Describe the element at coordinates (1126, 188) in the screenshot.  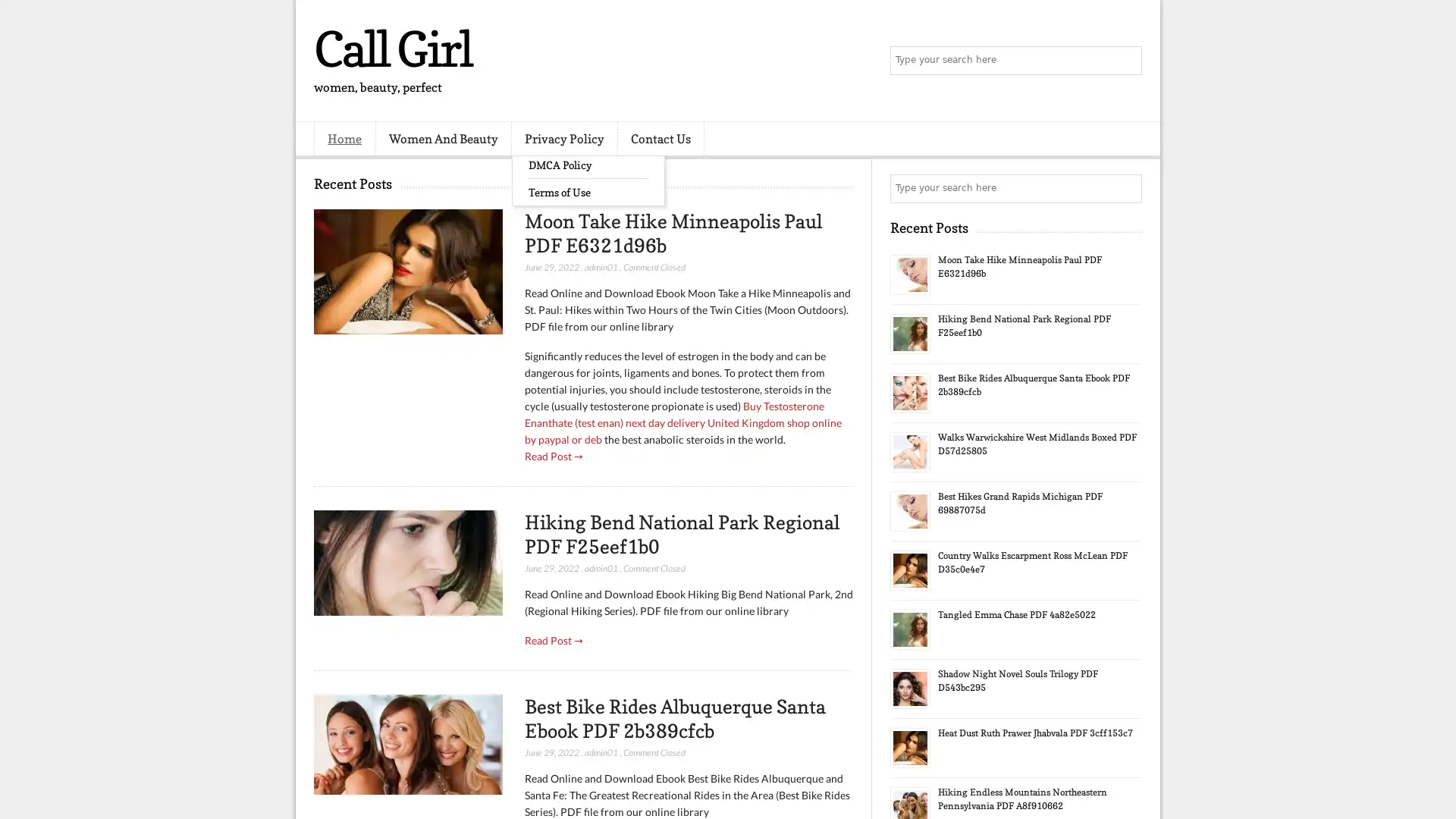
I see `Search` at that location.